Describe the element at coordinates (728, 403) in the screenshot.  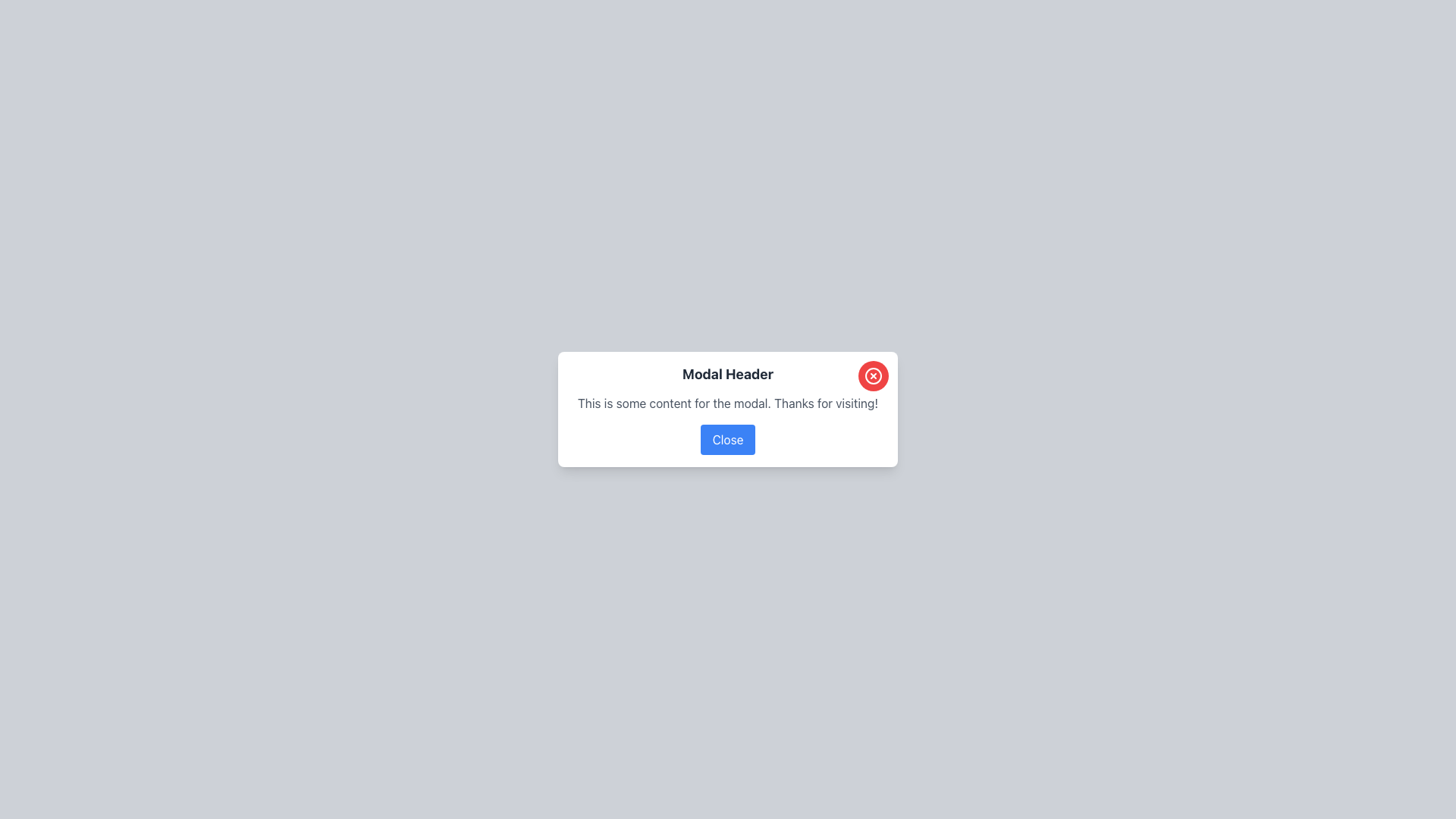
I see `the static text element that displays 'This is some content for the modal. Thanks for visiting!' which is centered in the modal and positioned between the 'Modal Header' and the 'Close' button` at that location.